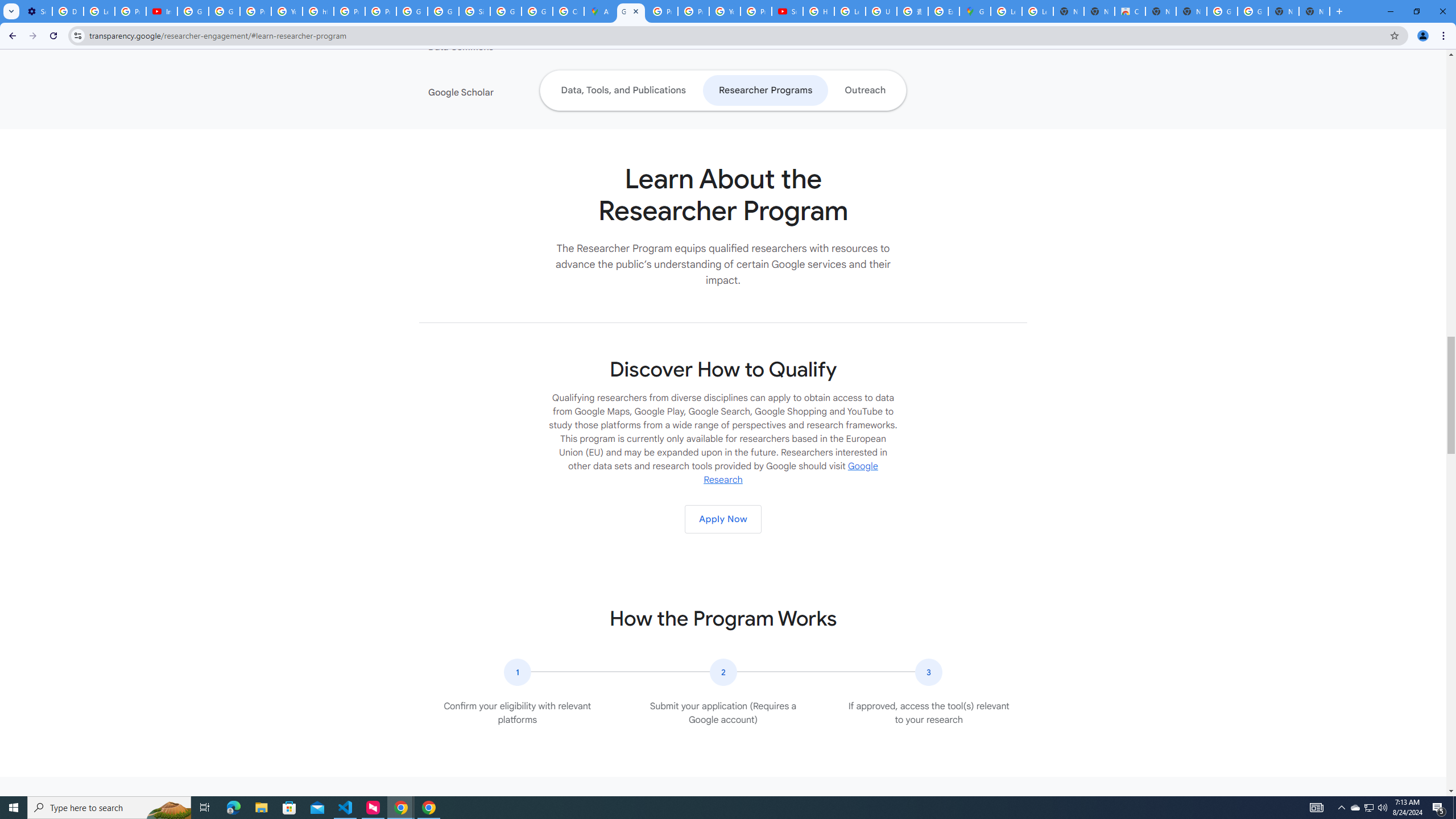 The height and width of the screenshot is (819, 1456). I want to click on 'Create your Google Account', so click(568, 11).